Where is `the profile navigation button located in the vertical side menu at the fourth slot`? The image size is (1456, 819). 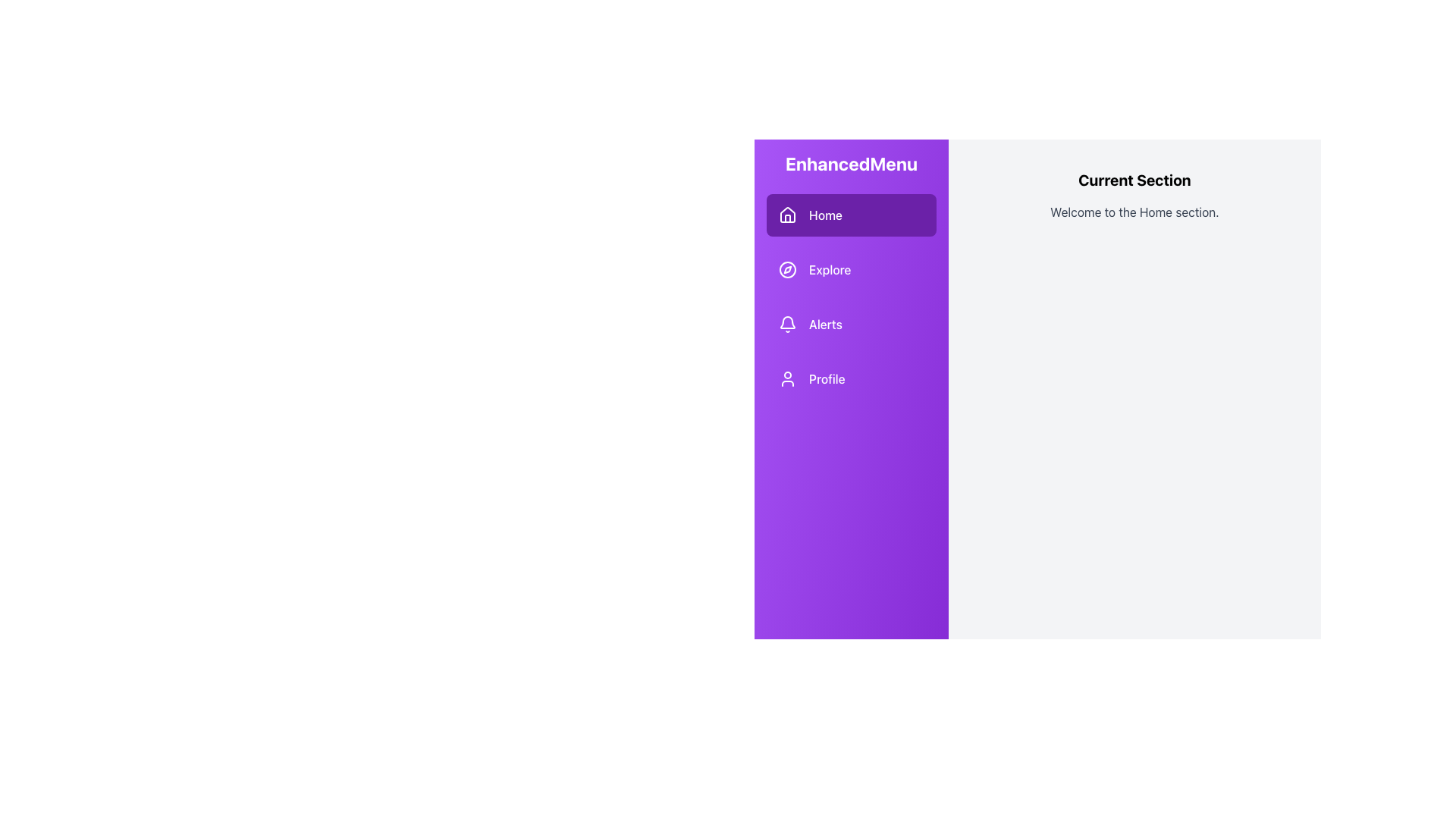
the profile navigation button located in the vertical side menu at the fourth slot is located at coordinates (852, 378).